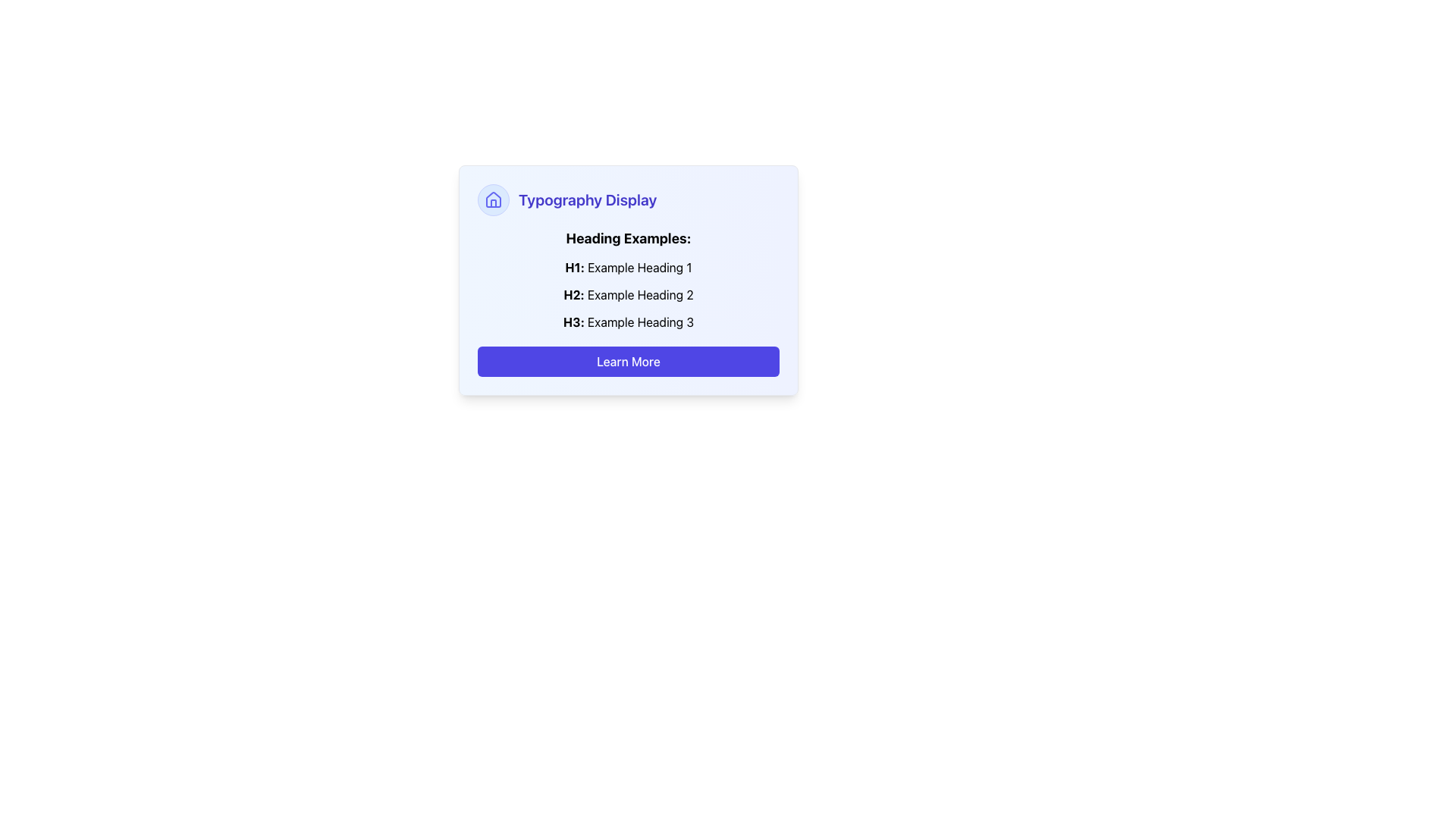 The width and height of the screenshot is (1456, 819). I want to click on the navigation button located at the bottom of the card component, so click(629, 362).